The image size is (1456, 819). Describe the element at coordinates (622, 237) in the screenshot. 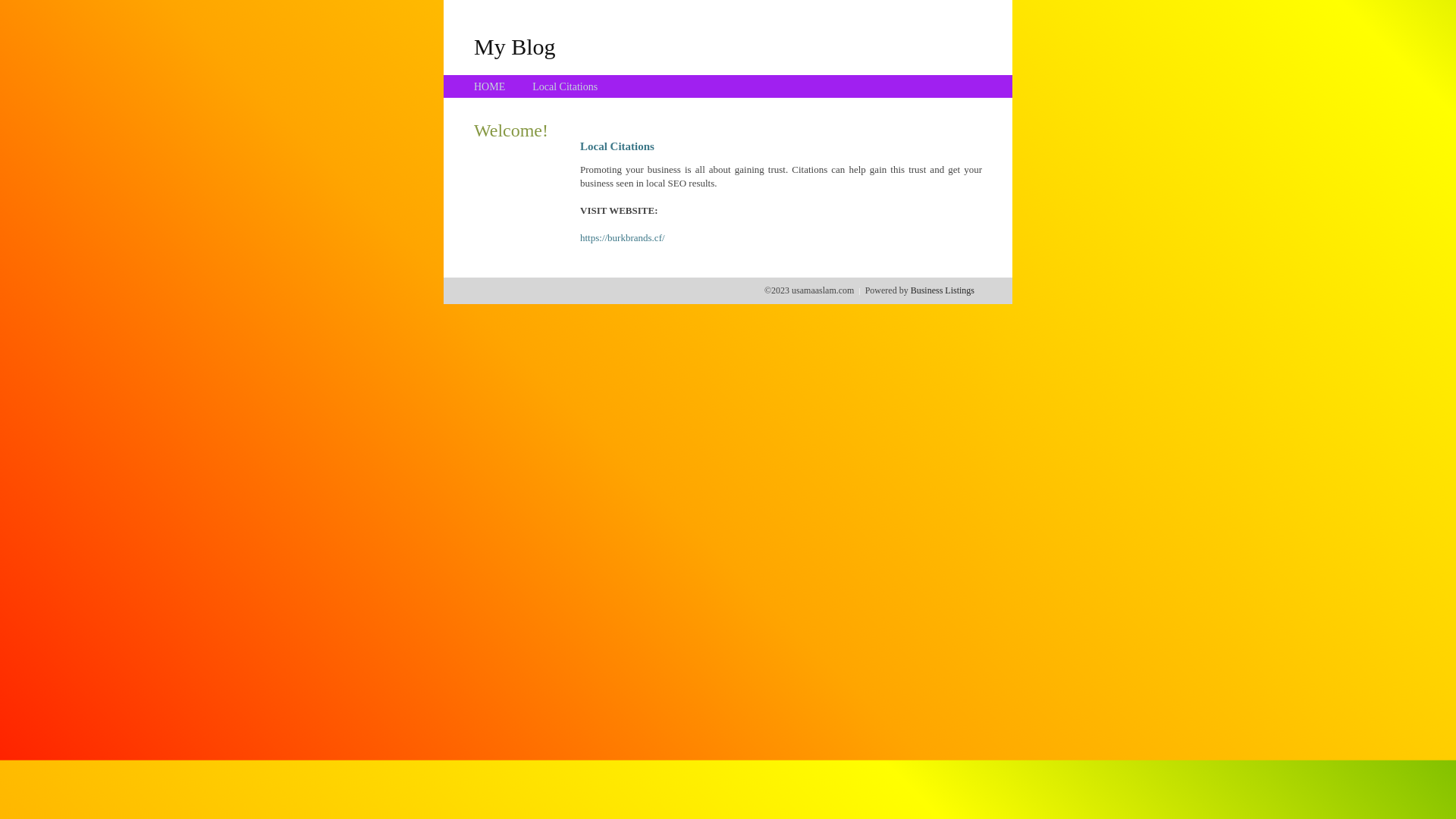

I see `'https://burkbrands.cf/'` at that location.